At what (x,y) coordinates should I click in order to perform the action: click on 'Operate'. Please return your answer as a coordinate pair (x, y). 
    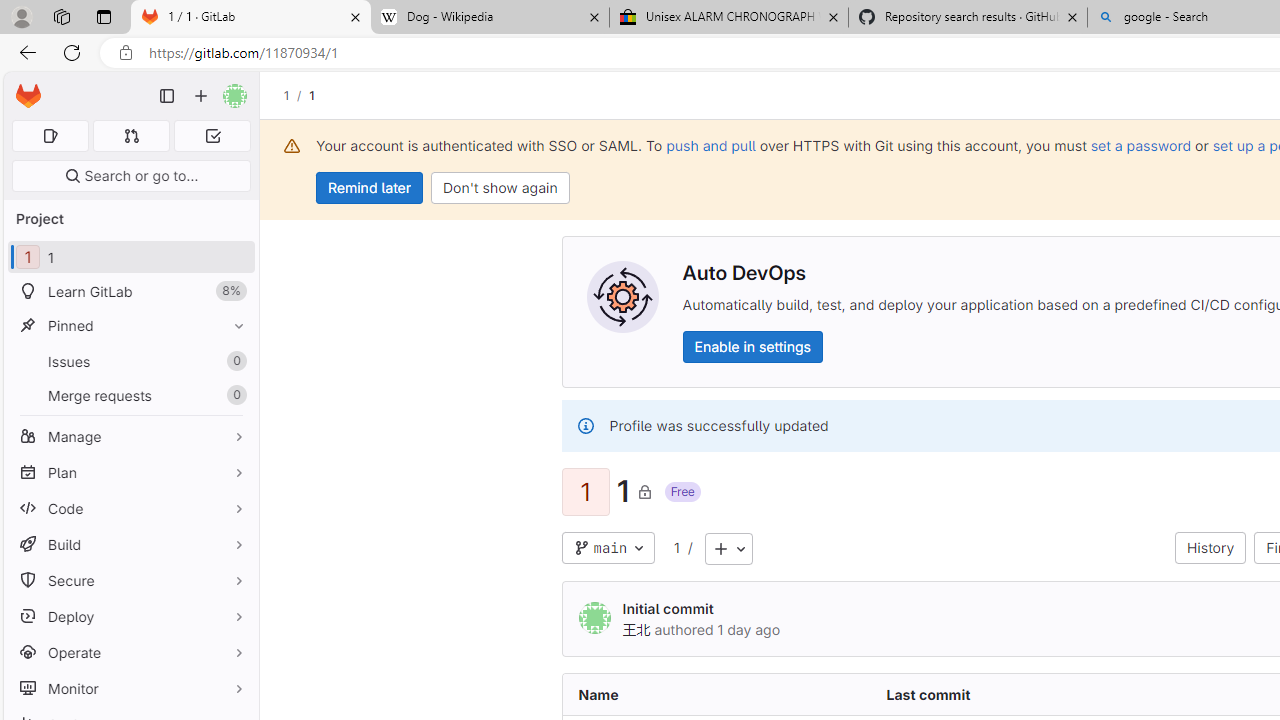
    Looking at the image, I should click on (130, 652).